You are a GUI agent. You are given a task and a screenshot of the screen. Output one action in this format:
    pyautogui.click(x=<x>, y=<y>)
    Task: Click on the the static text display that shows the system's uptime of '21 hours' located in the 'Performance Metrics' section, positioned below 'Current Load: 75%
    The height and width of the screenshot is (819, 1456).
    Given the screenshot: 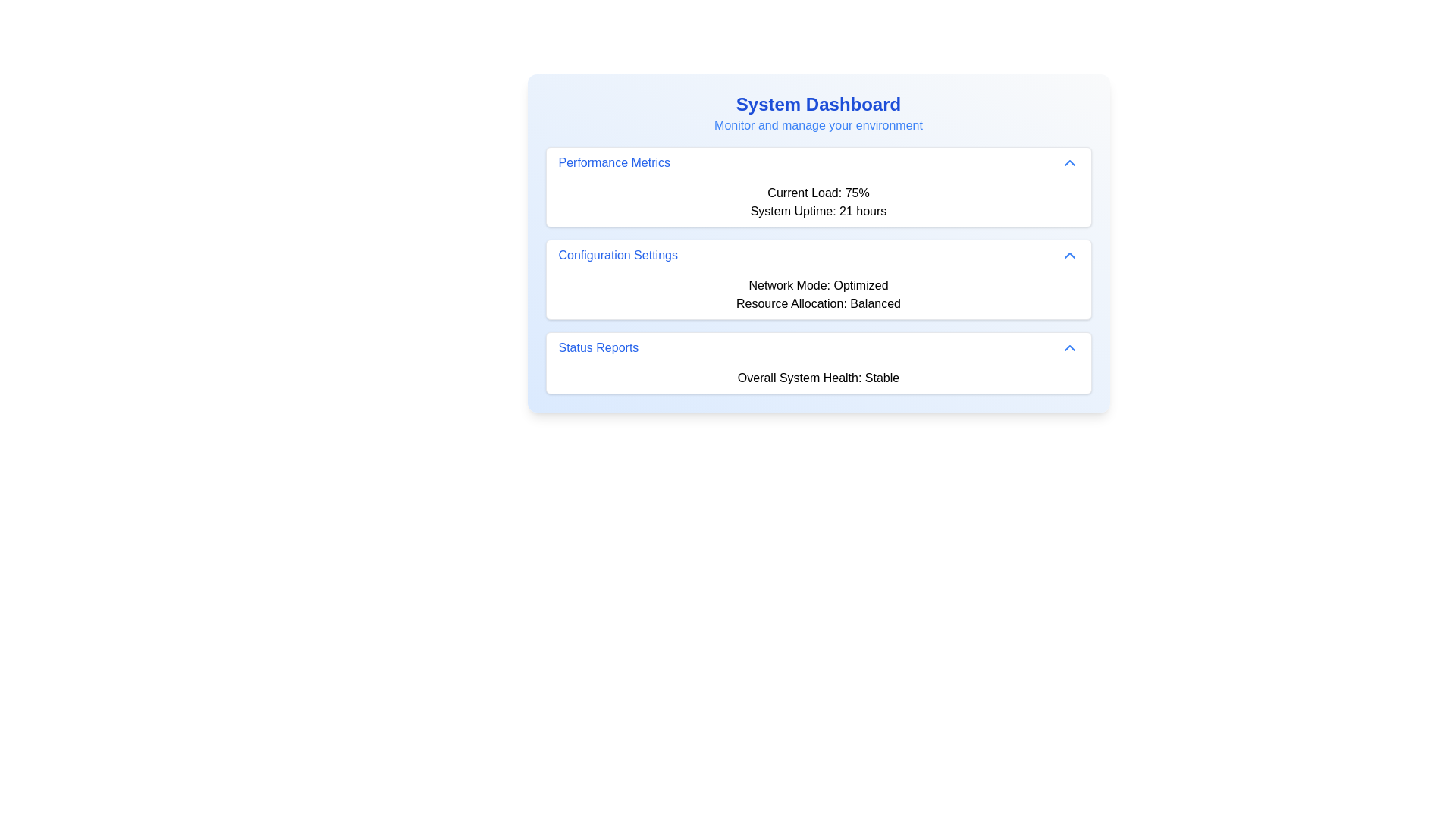 What is the action you would take?
    pyautogui.click(x=817, y=211)
    